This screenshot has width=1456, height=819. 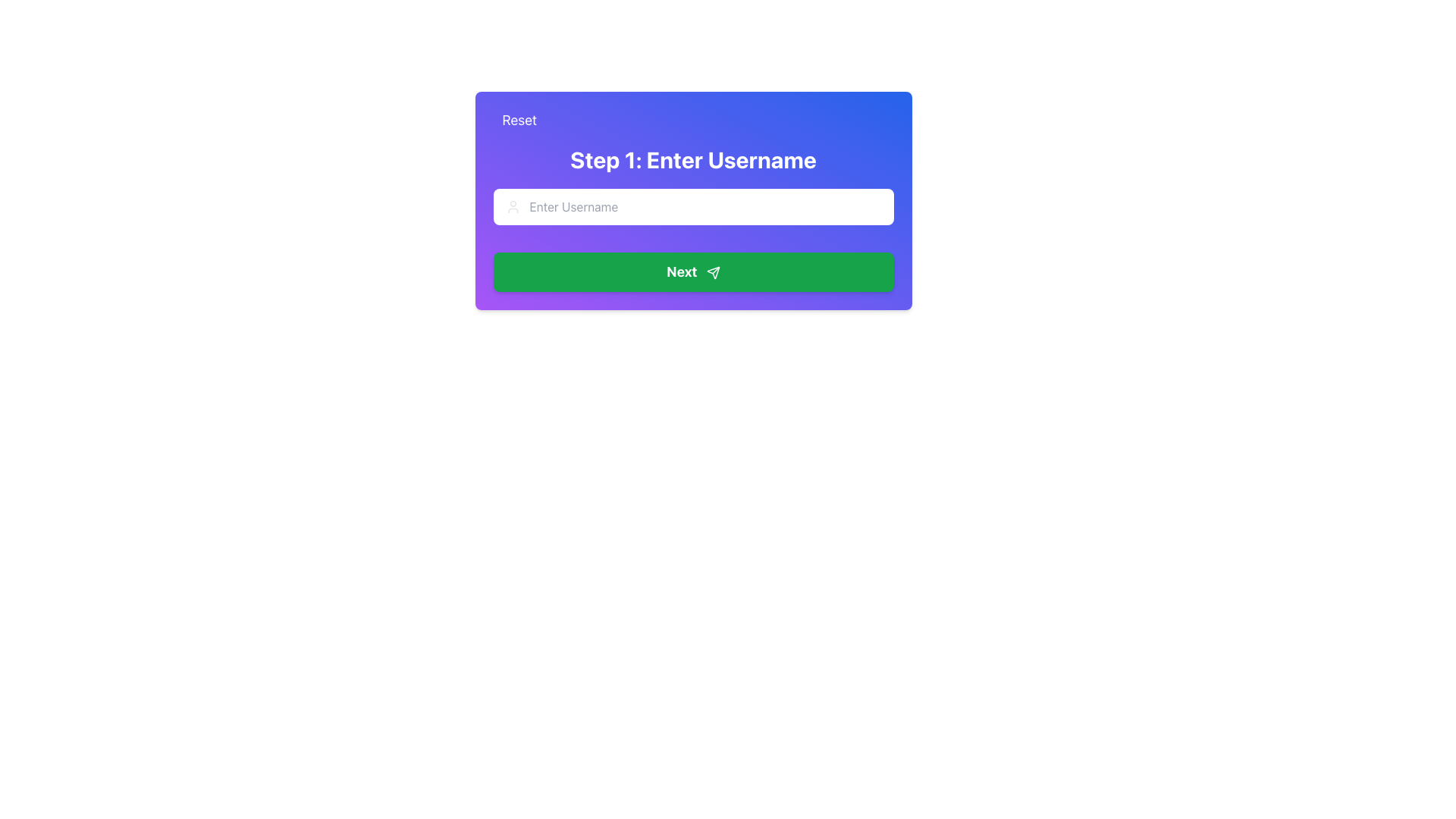 I want to click on the 'Next' button with a green background and rounded corners, located below the text field labeled 'Step 1: Enter Username', so click(x=692, y=271).